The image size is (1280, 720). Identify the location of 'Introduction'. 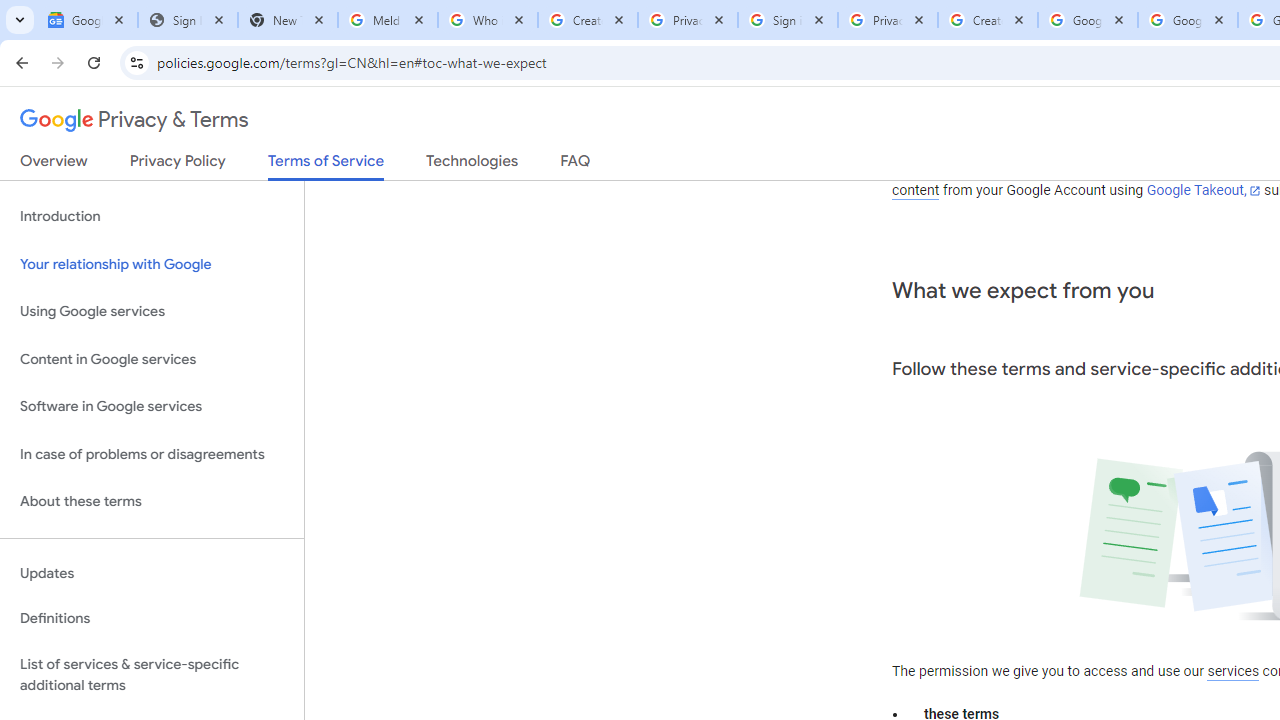
(151, 217).